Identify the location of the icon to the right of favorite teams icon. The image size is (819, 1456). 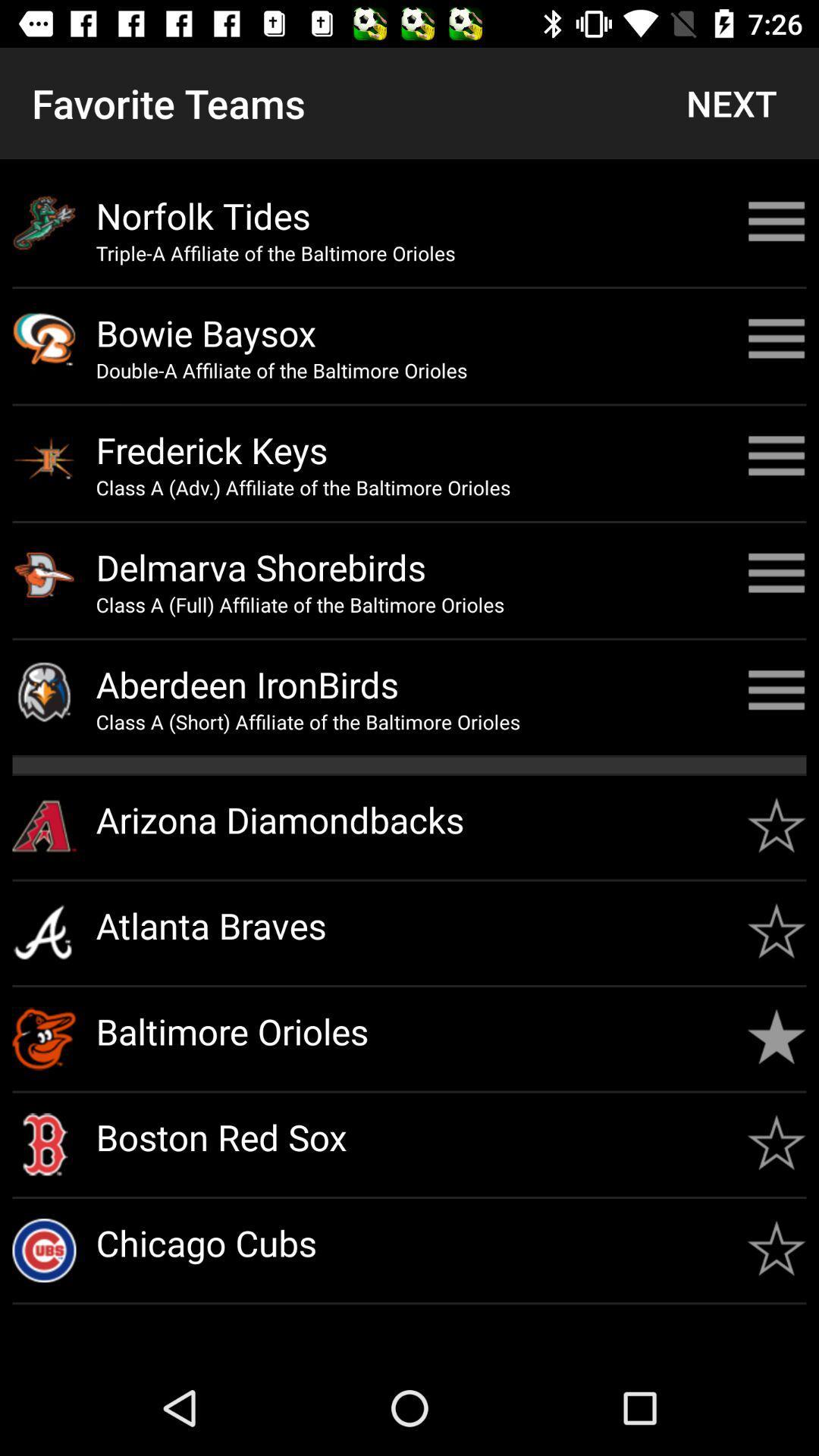
(730, 102).